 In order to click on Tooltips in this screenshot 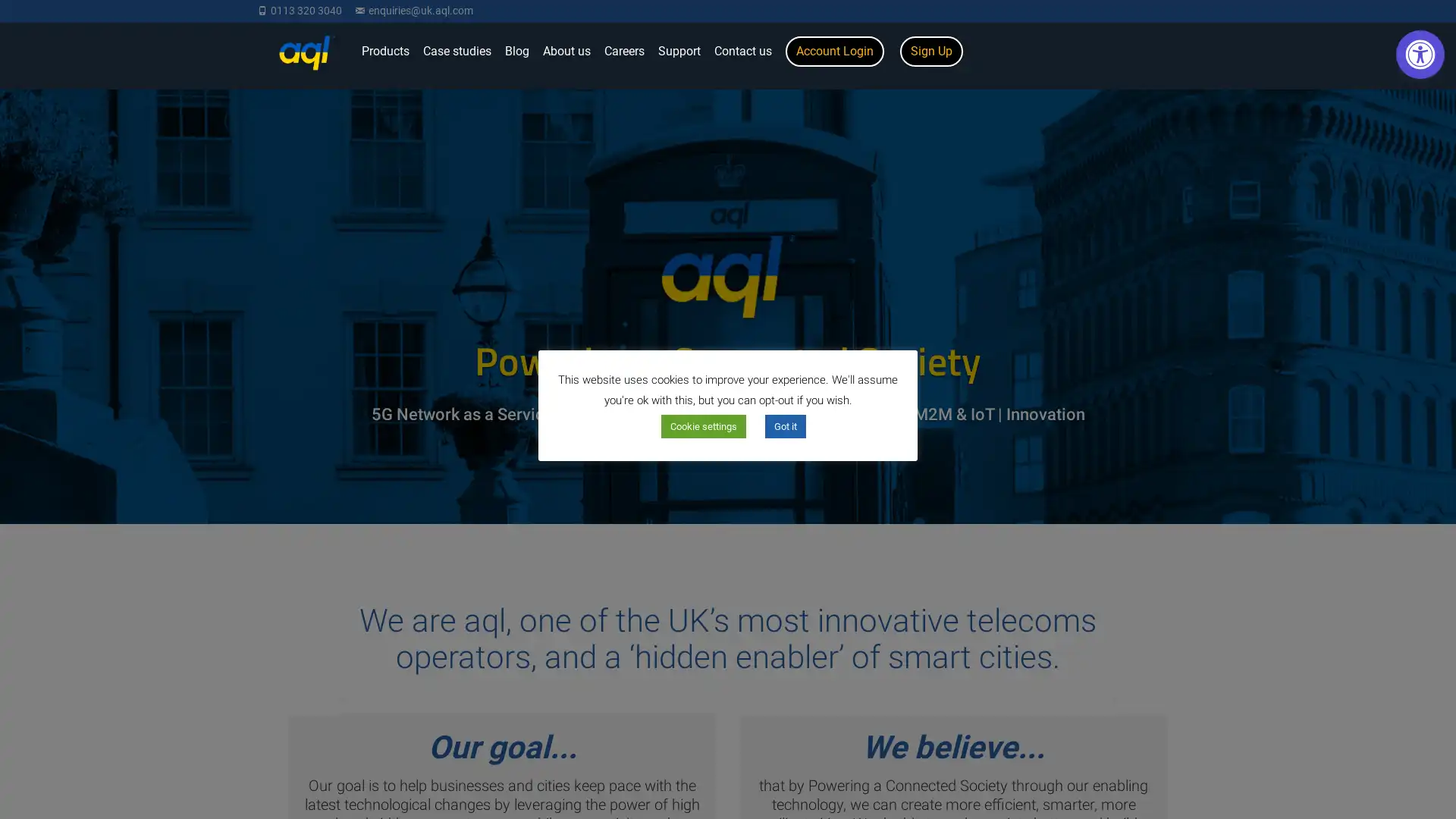, I will do `click(1210, 353)`.